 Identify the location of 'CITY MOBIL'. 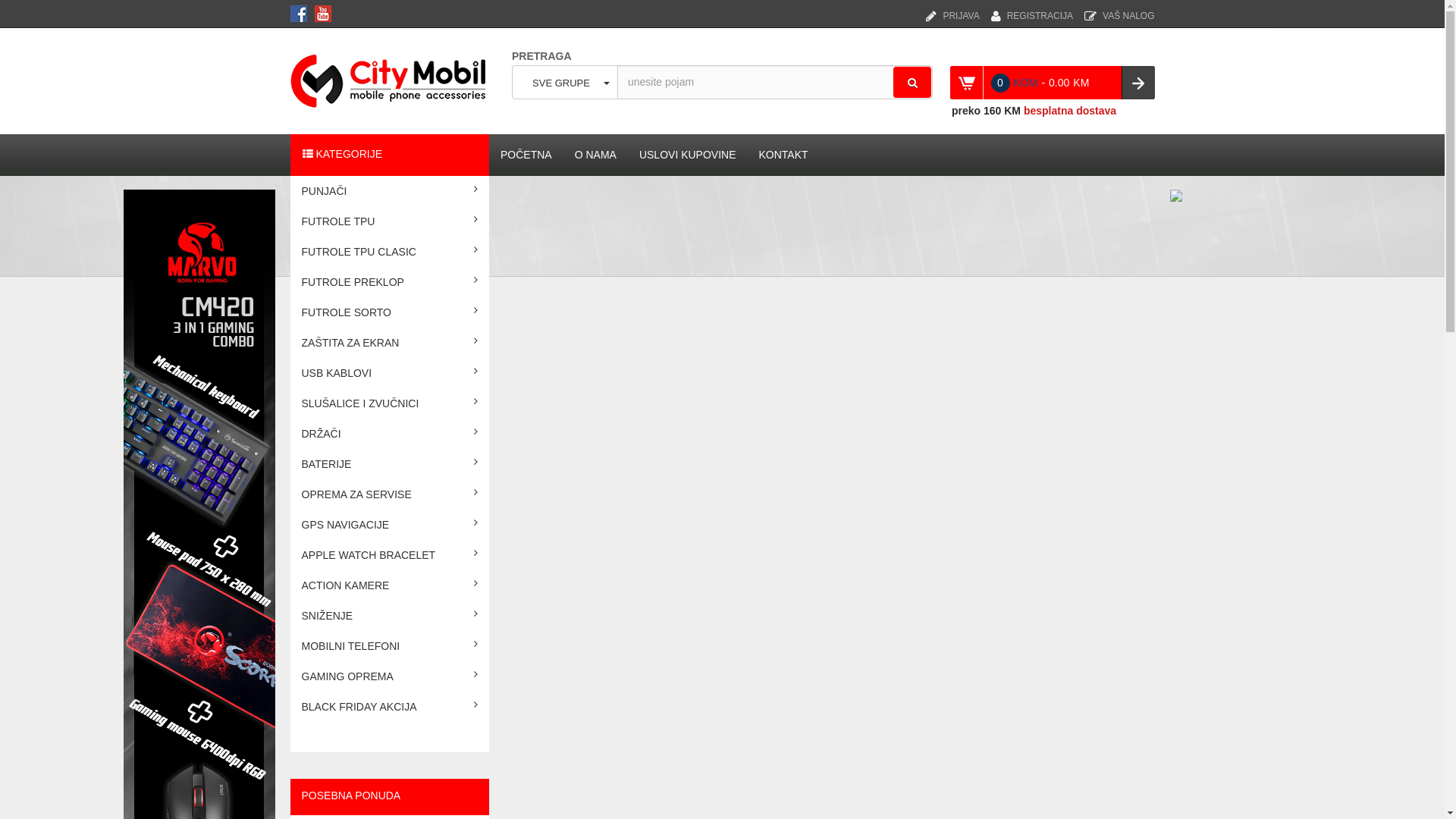
(392, 79).